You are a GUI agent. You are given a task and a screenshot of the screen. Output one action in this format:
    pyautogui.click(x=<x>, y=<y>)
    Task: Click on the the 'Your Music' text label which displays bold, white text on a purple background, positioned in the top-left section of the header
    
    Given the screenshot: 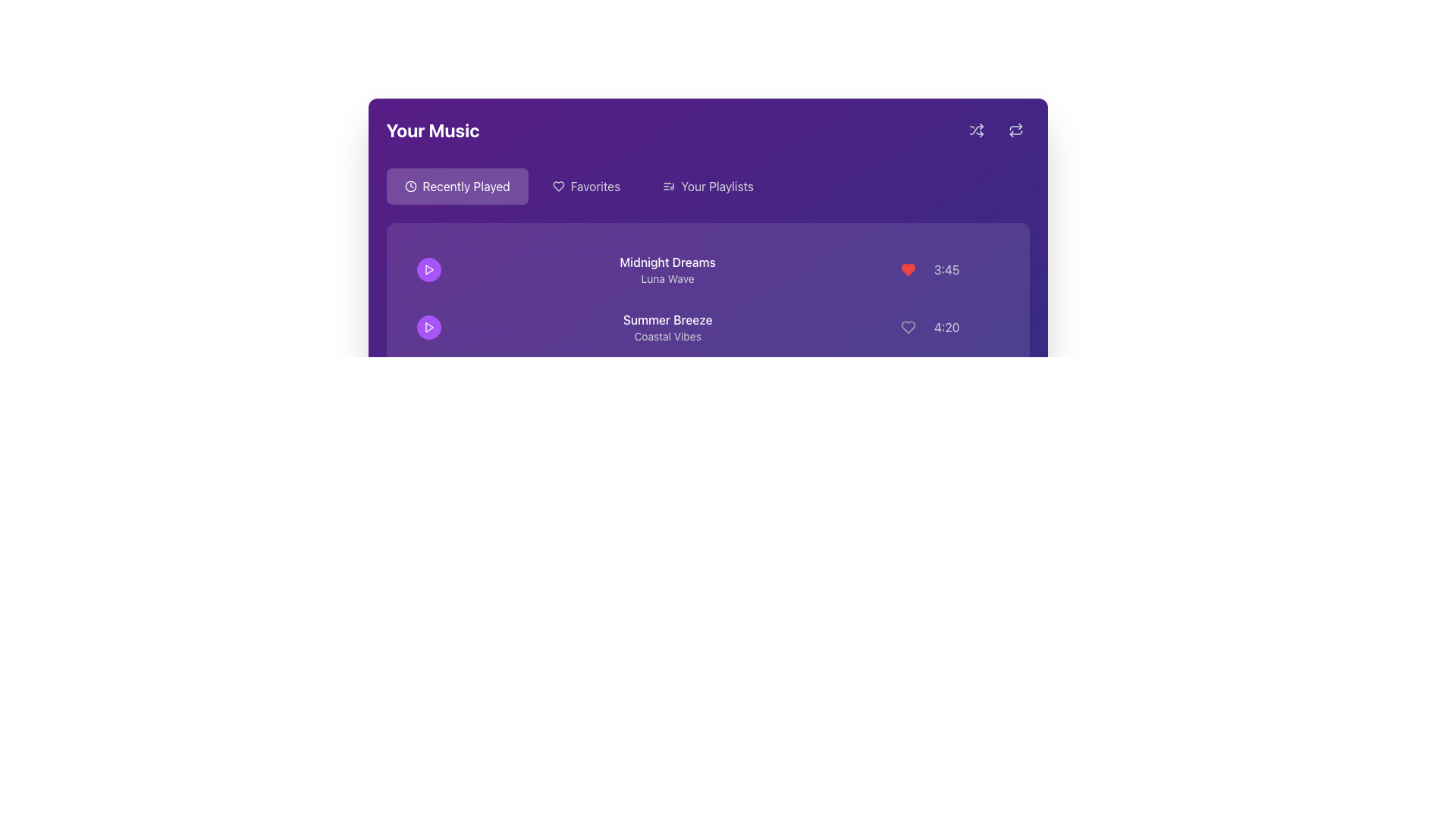 What is the action you would take?
    pyautogui.click(x=432, y=130)
    